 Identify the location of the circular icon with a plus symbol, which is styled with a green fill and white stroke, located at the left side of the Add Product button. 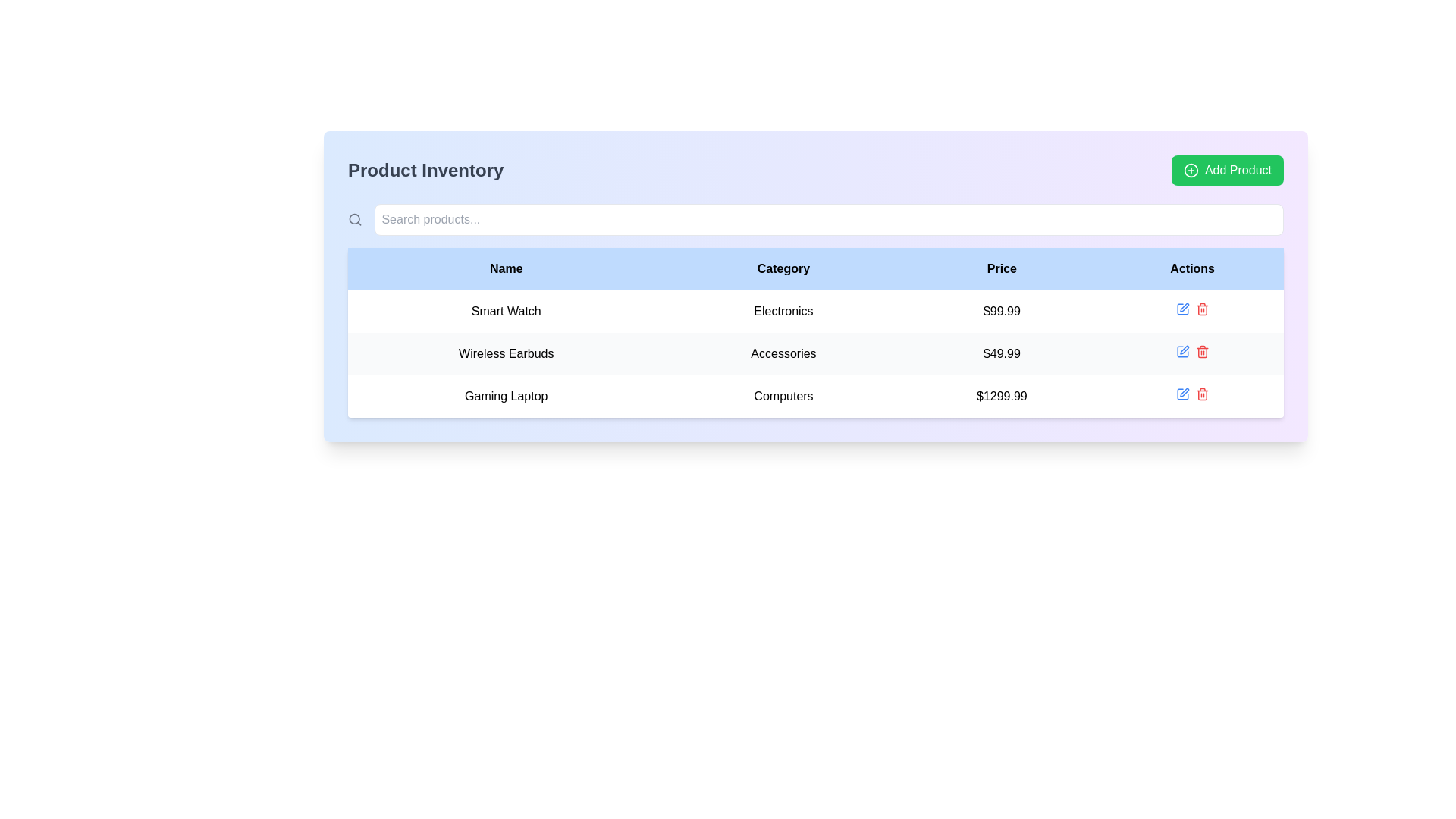
(1190, 170).